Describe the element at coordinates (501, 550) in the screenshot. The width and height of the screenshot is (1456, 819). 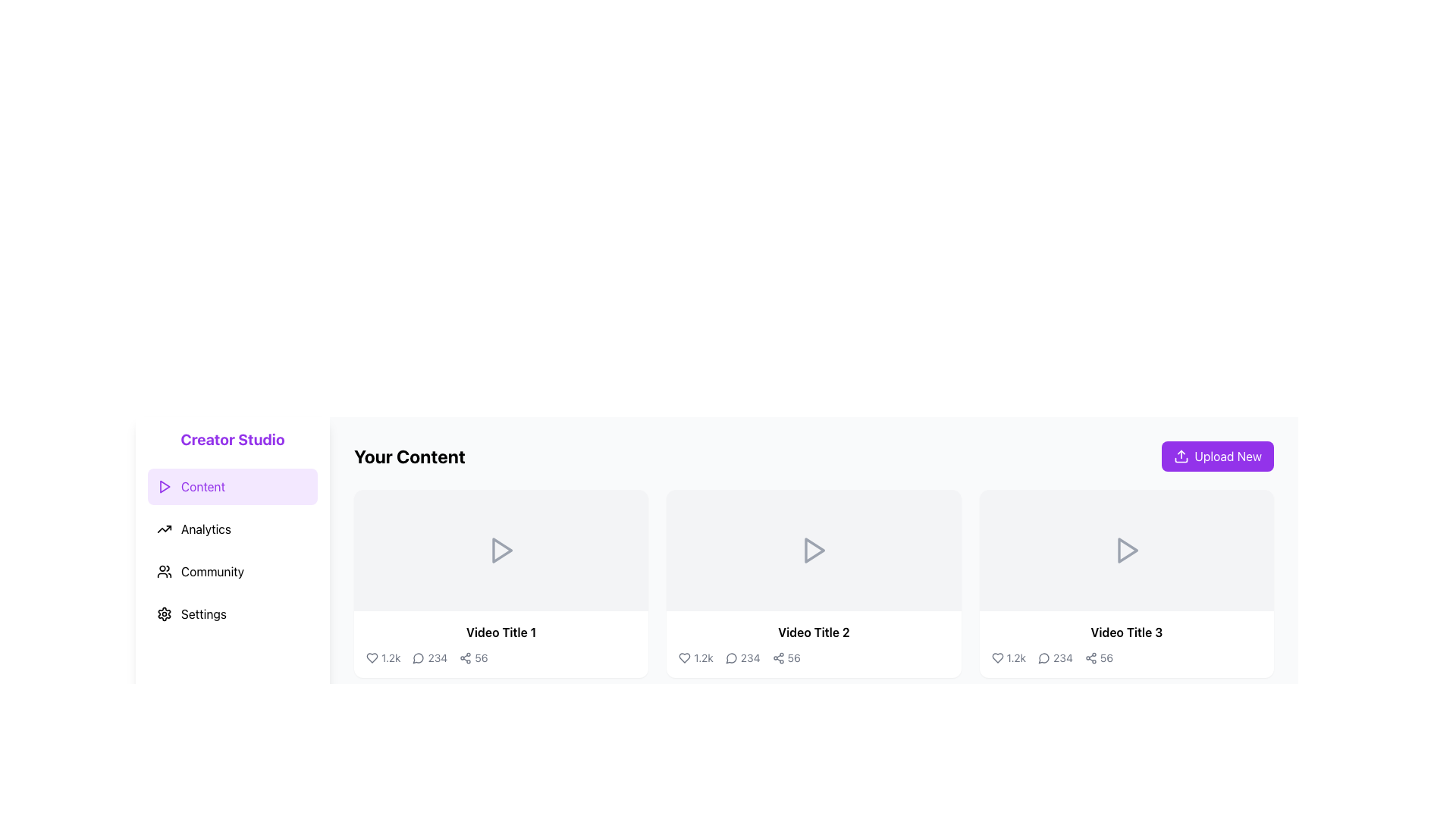
I see `the triangular play icon in the first content card labeled 'Video Title 1'` at that location.